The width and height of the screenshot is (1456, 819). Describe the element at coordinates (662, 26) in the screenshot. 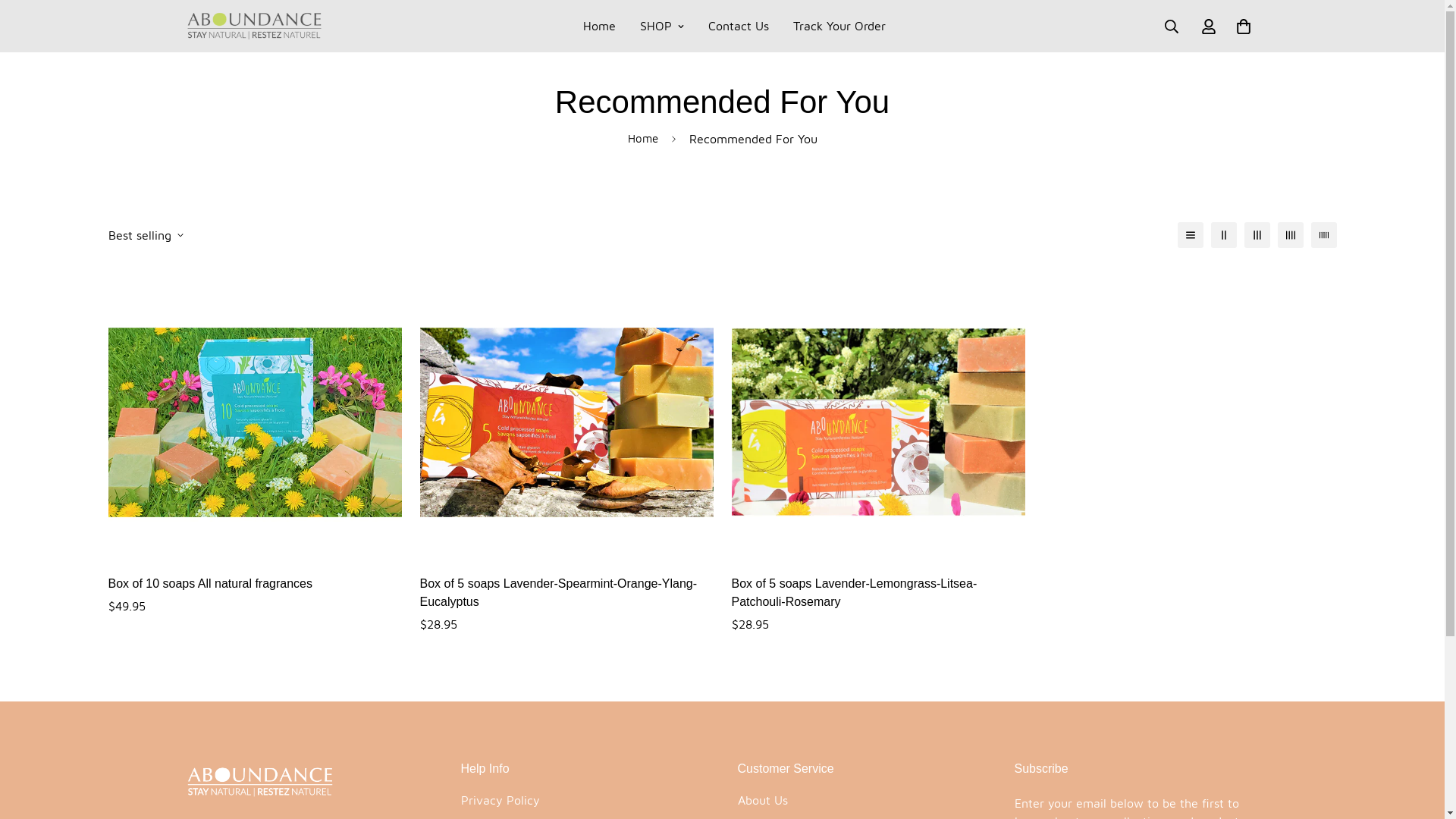

I see `'SHOP'` at that location.